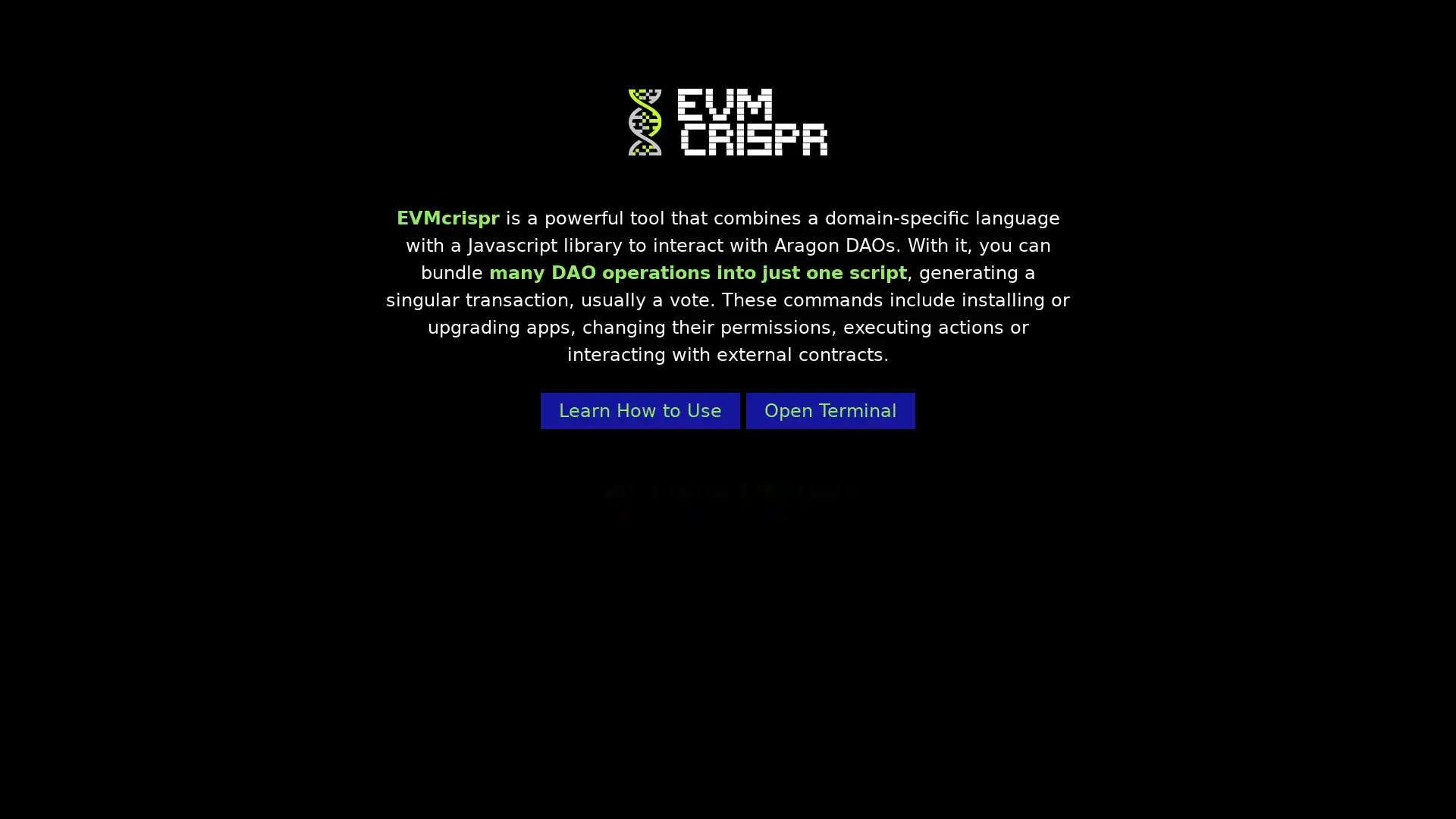  I want to click on Learn How to Use, so click(640, 411).